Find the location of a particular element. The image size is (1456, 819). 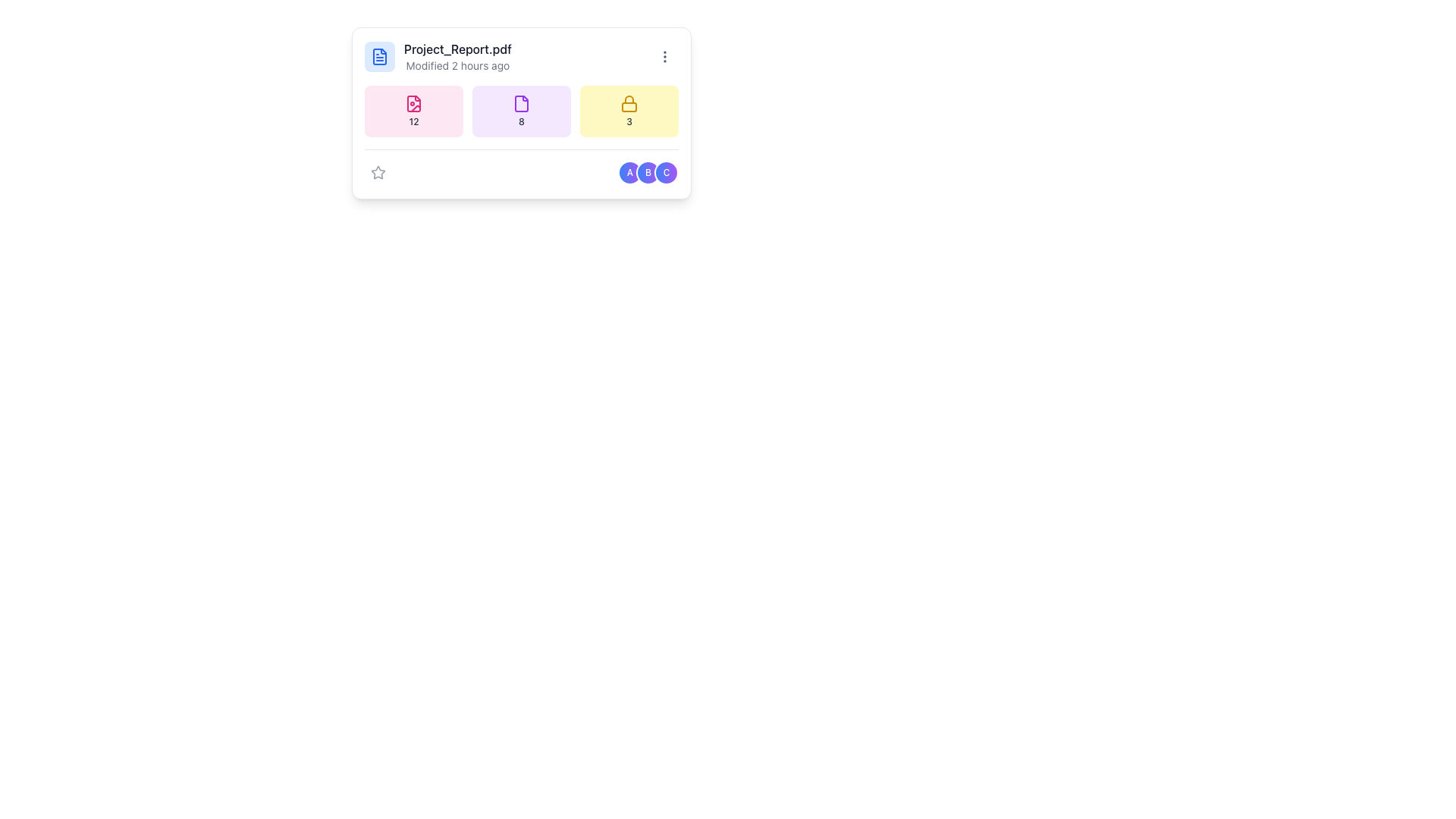

the text element displaying the number '3' in gray color, located within the third yellow background card from the left, positioned below a lock icon is located at coordinates (629, 121).